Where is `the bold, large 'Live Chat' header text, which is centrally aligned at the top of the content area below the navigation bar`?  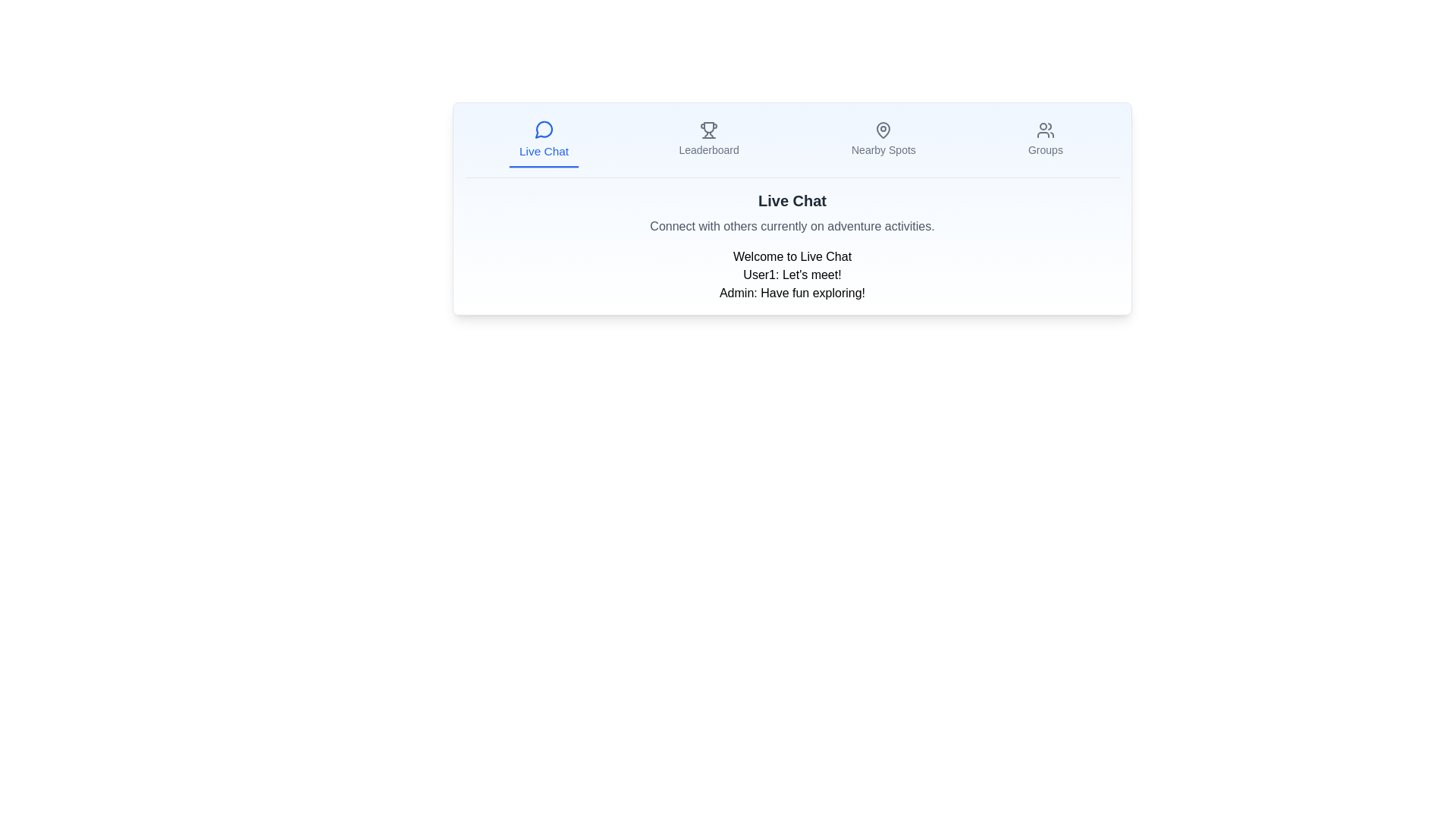
the bold, large 'Live Chat' header text, which is centrally aligned at the top of the content area below the navigation bar is located at coordinates (792, 200).